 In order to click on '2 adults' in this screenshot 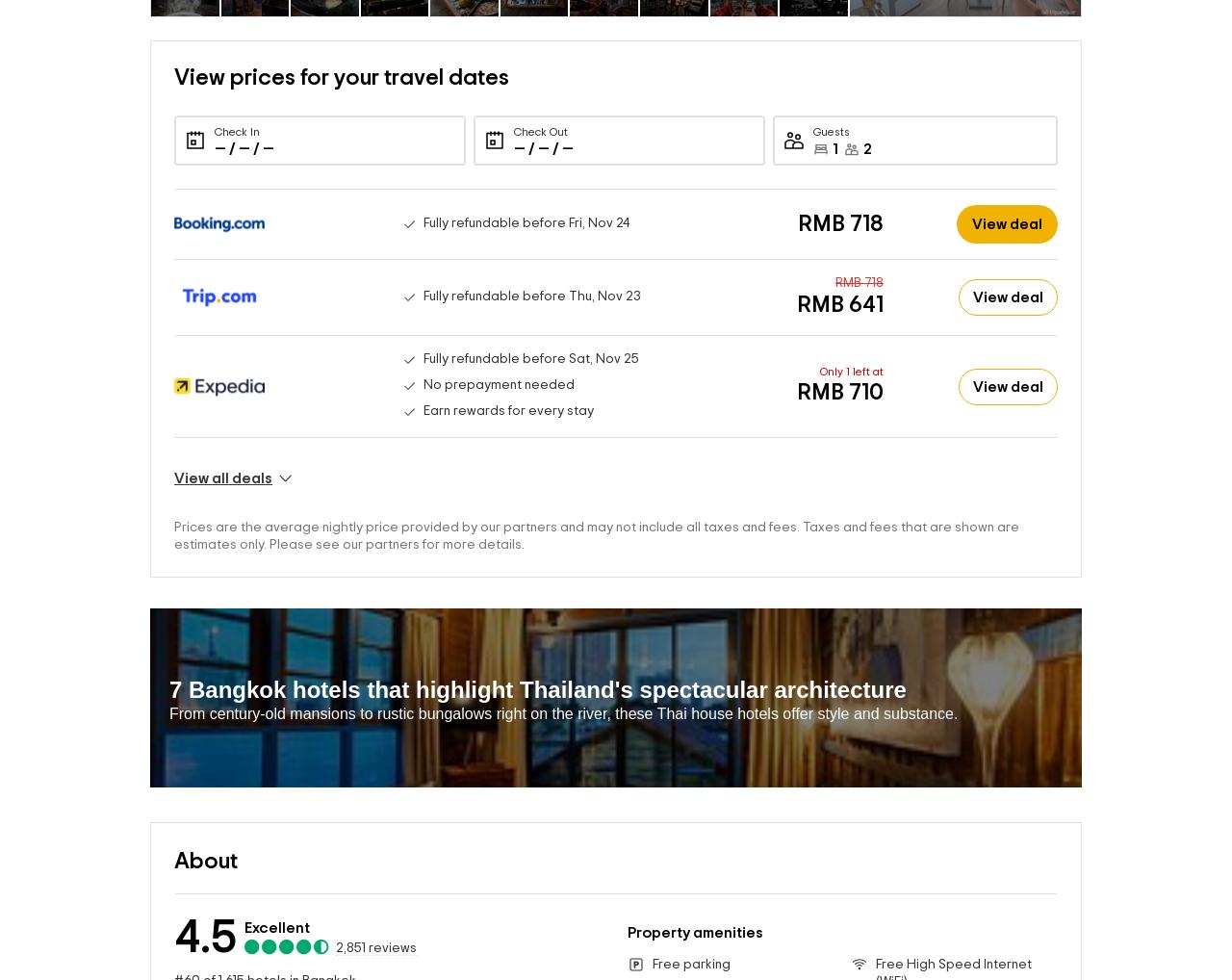, I will do `click(892, 116)`.